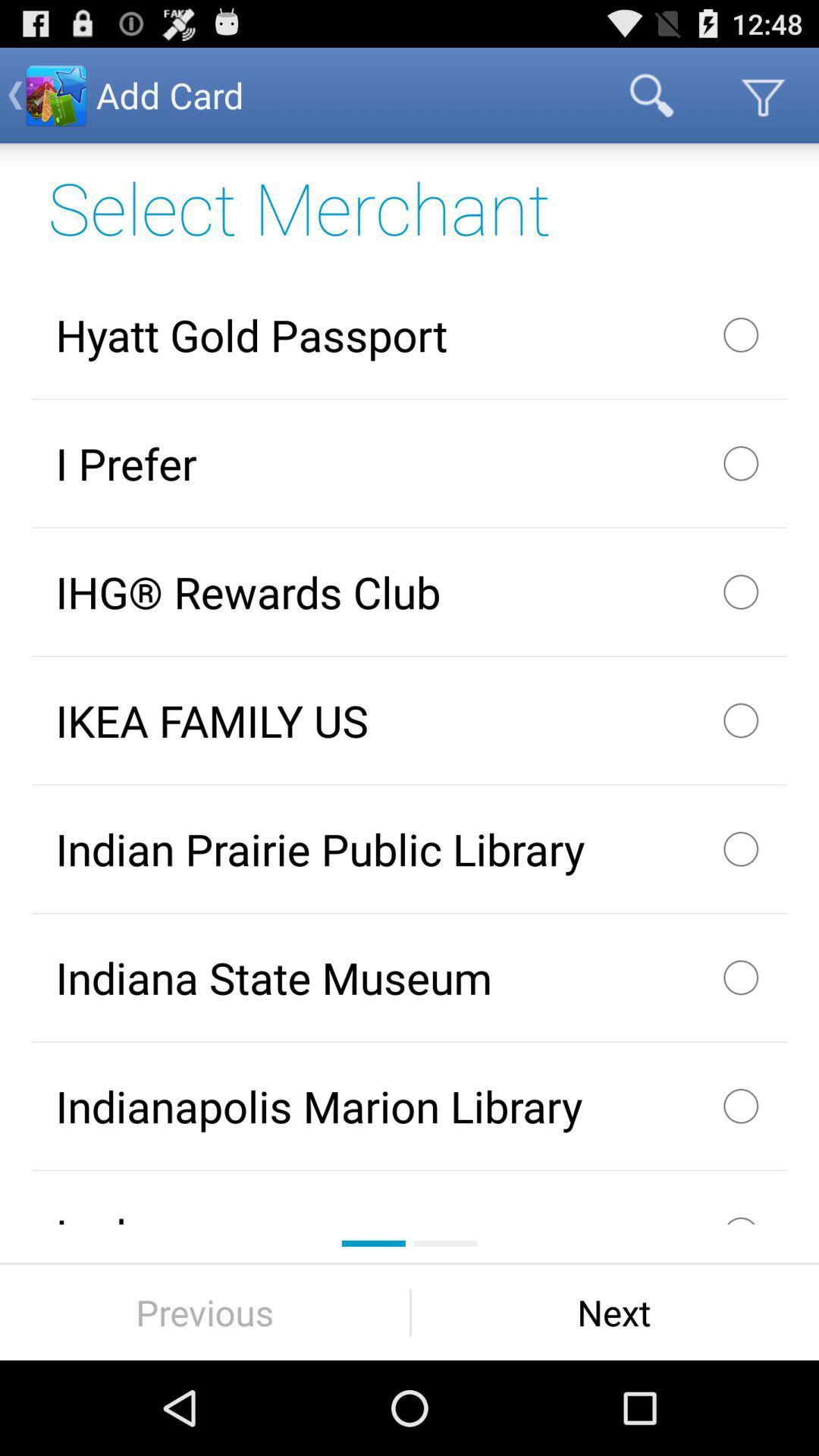 Image resolution: width=819 pixels, height=1456 pixels. I want to click on app below select merchant, so click(409, 334).